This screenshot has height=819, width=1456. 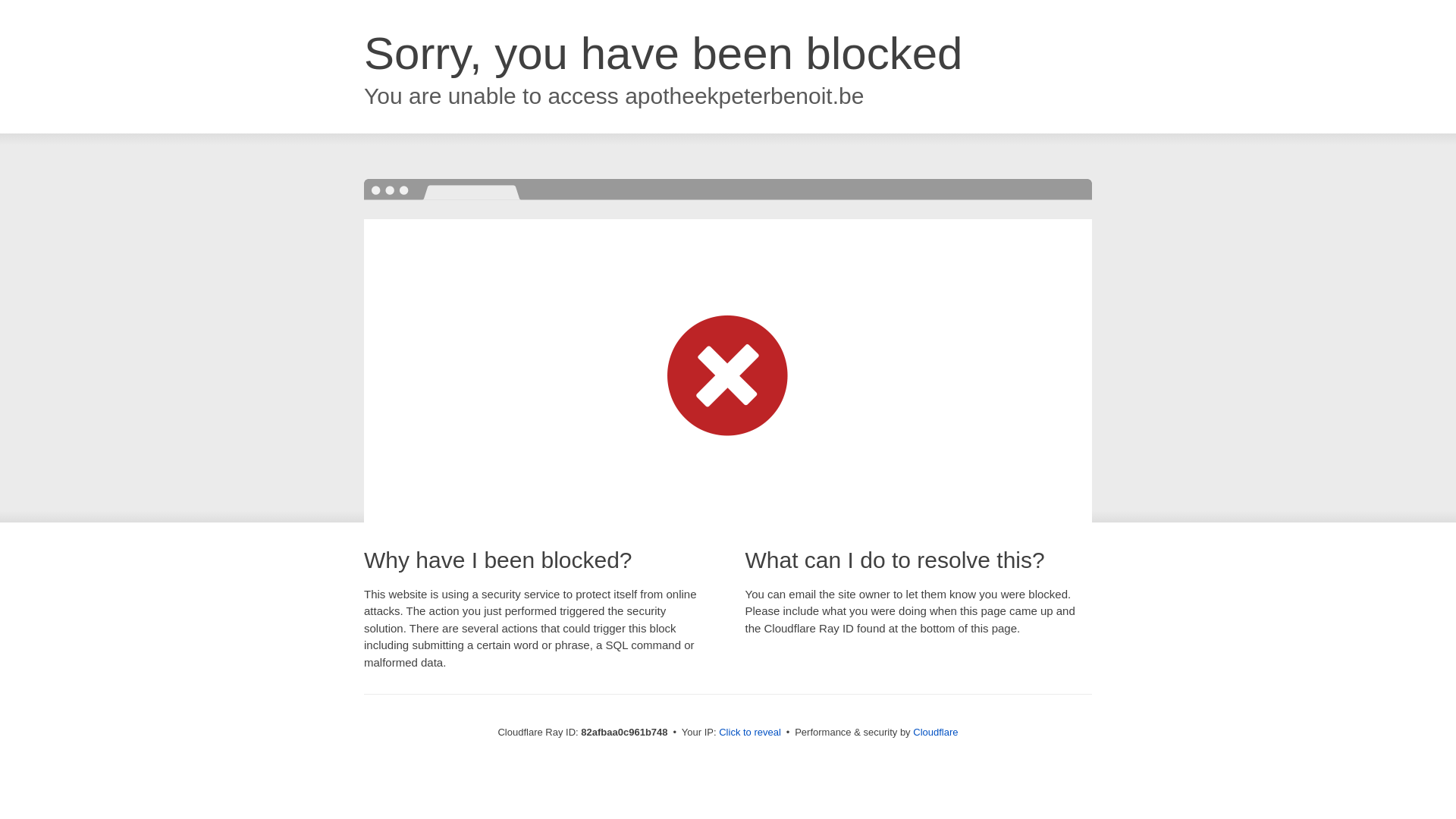 I want to click on 'Cloudflare', so click(x=912, y=731).